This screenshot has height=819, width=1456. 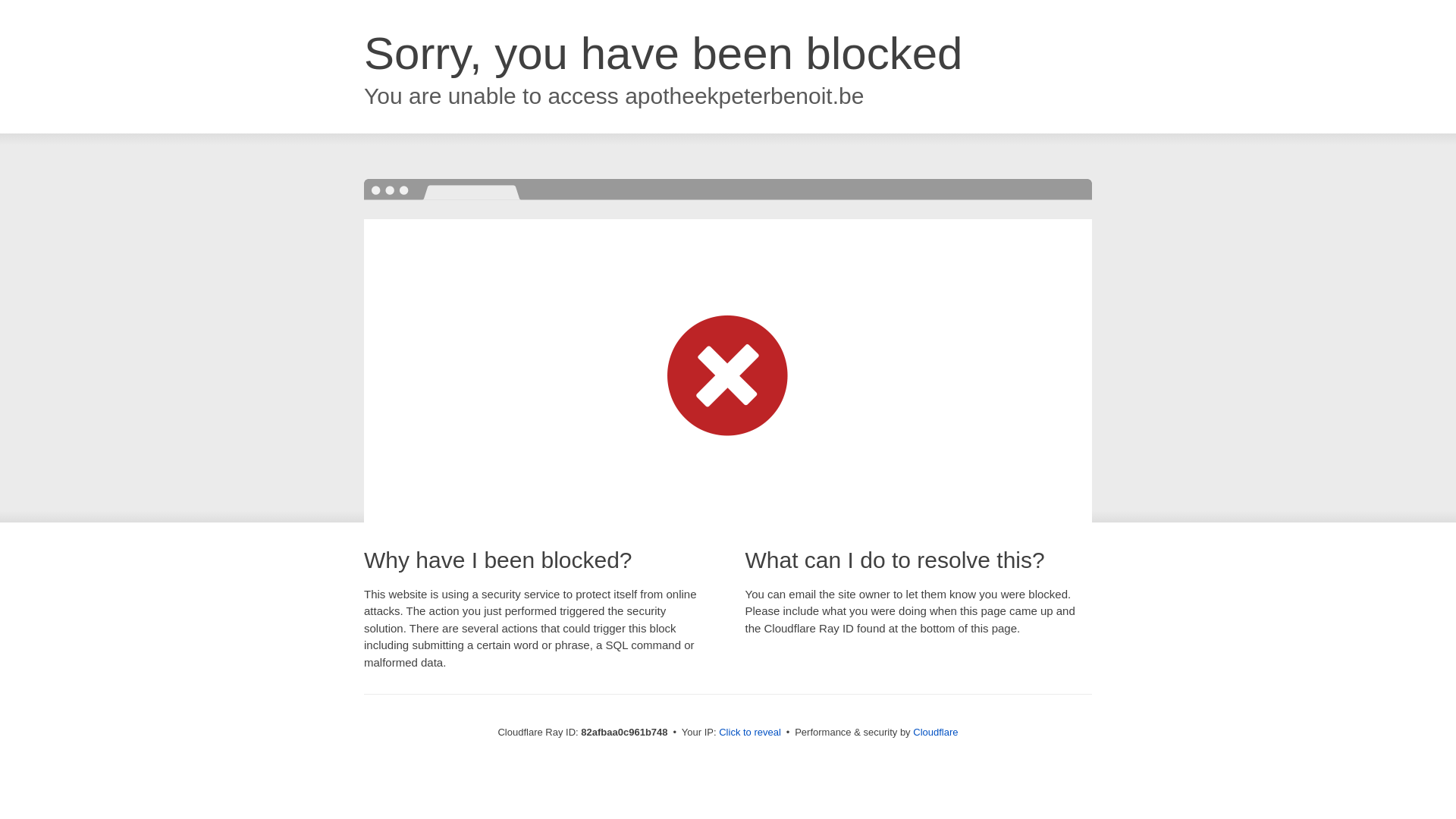 I want to click on 'Cloudflare', so click(x=912, y=731).